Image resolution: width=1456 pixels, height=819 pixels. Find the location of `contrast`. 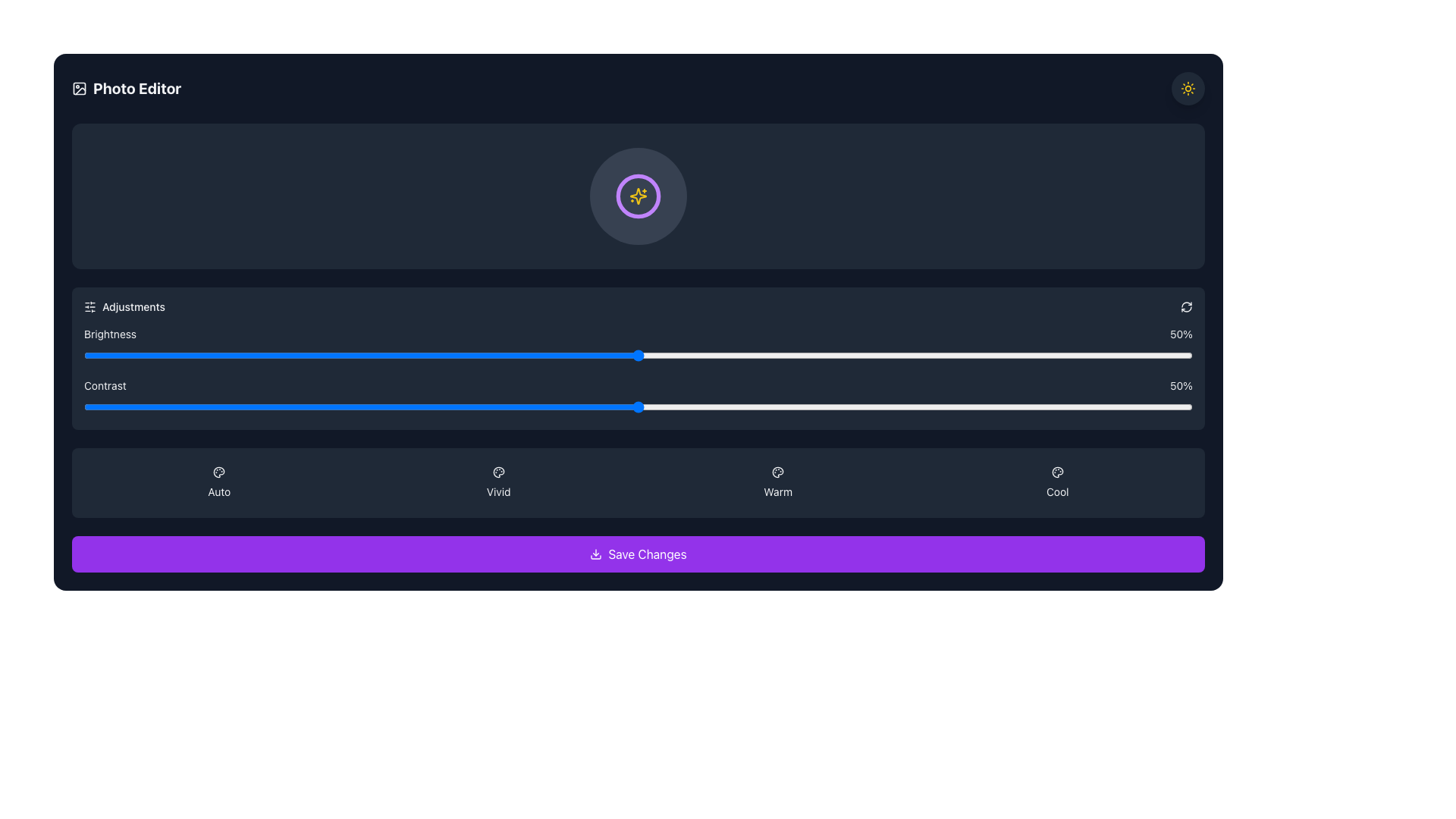

contrast is located at coordinates (482, 406).